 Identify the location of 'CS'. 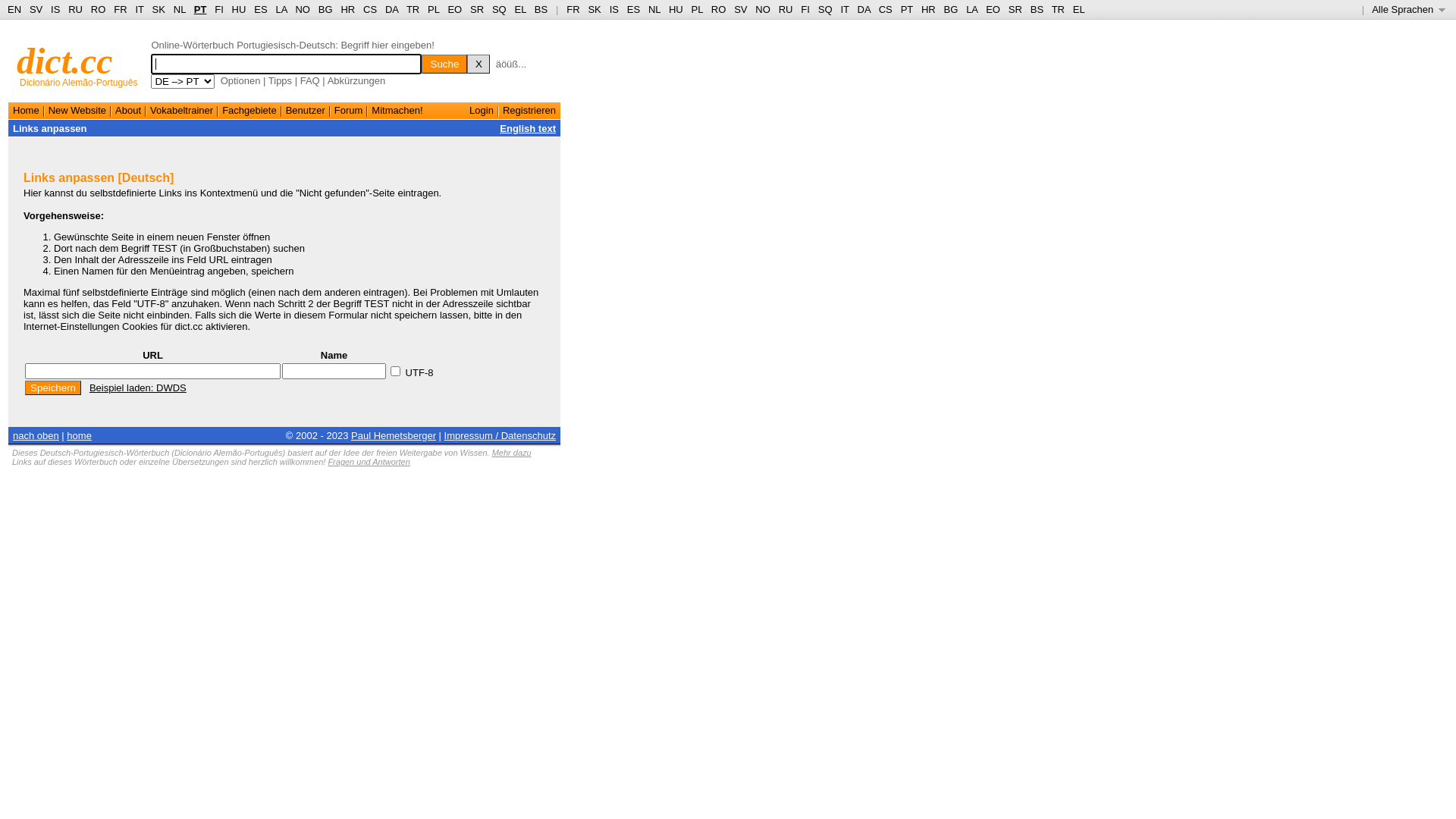
(885, 9).